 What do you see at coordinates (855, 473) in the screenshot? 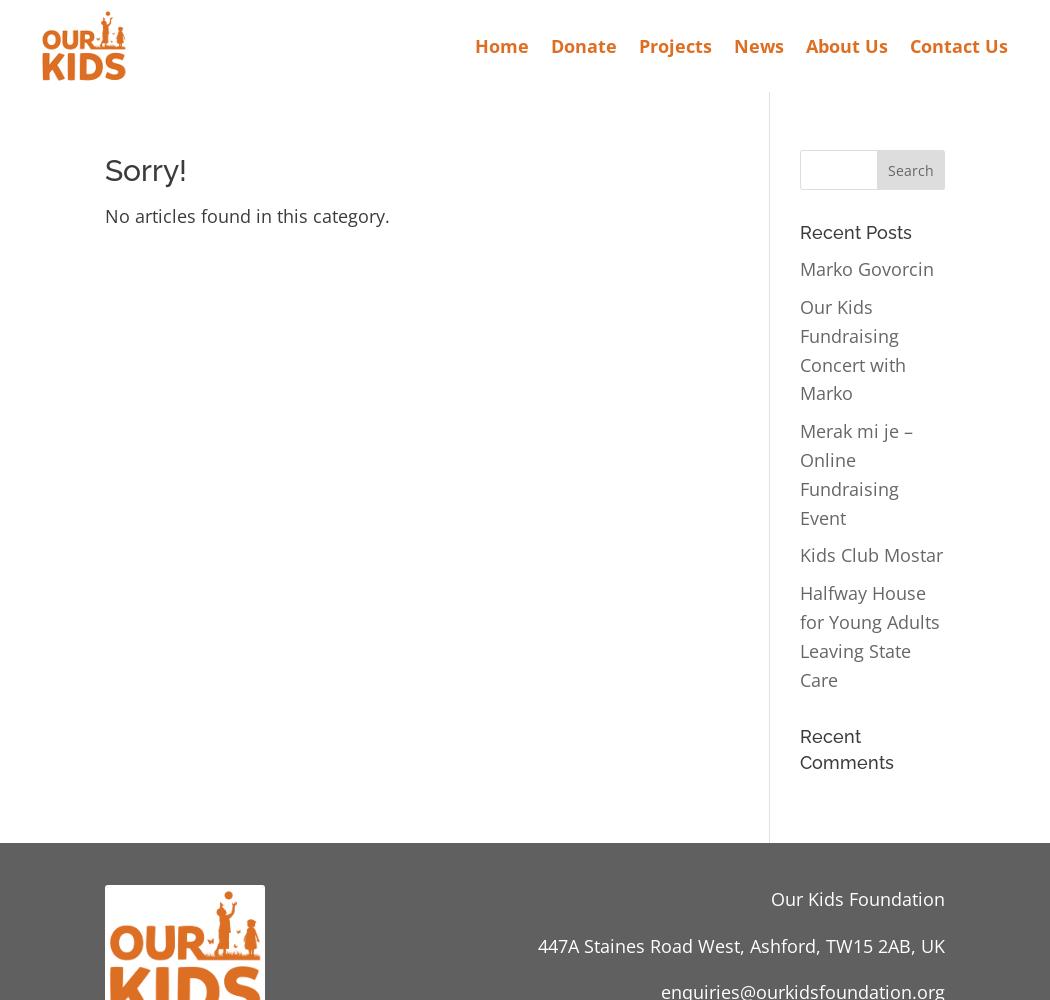
I see `'Merak mi je – Online Fundraising Event'` at bounding box center [855, 473].